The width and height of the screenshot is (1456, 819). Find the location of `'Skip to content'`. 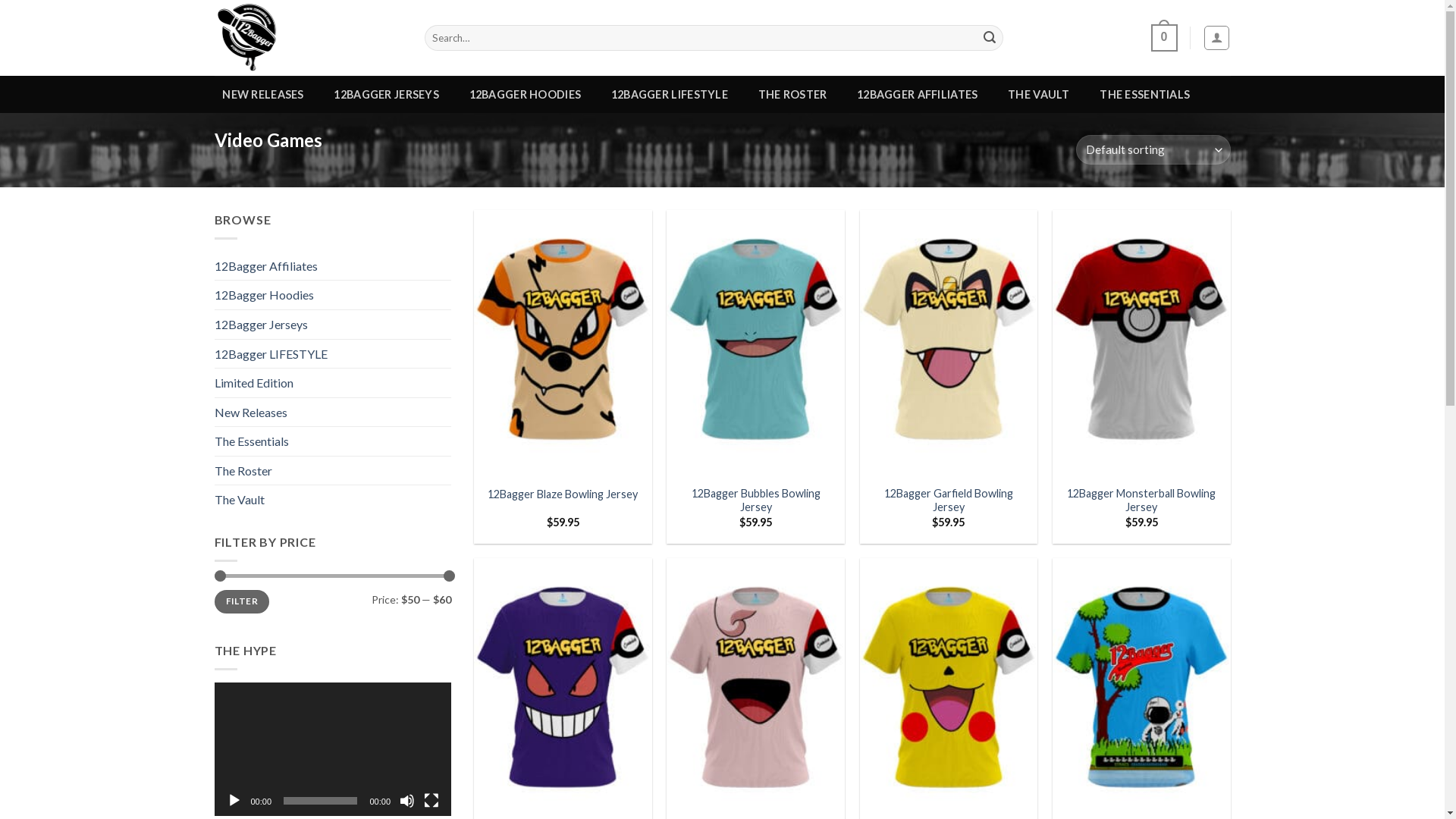

'Skip to content' is located at coordinates (0, 0).